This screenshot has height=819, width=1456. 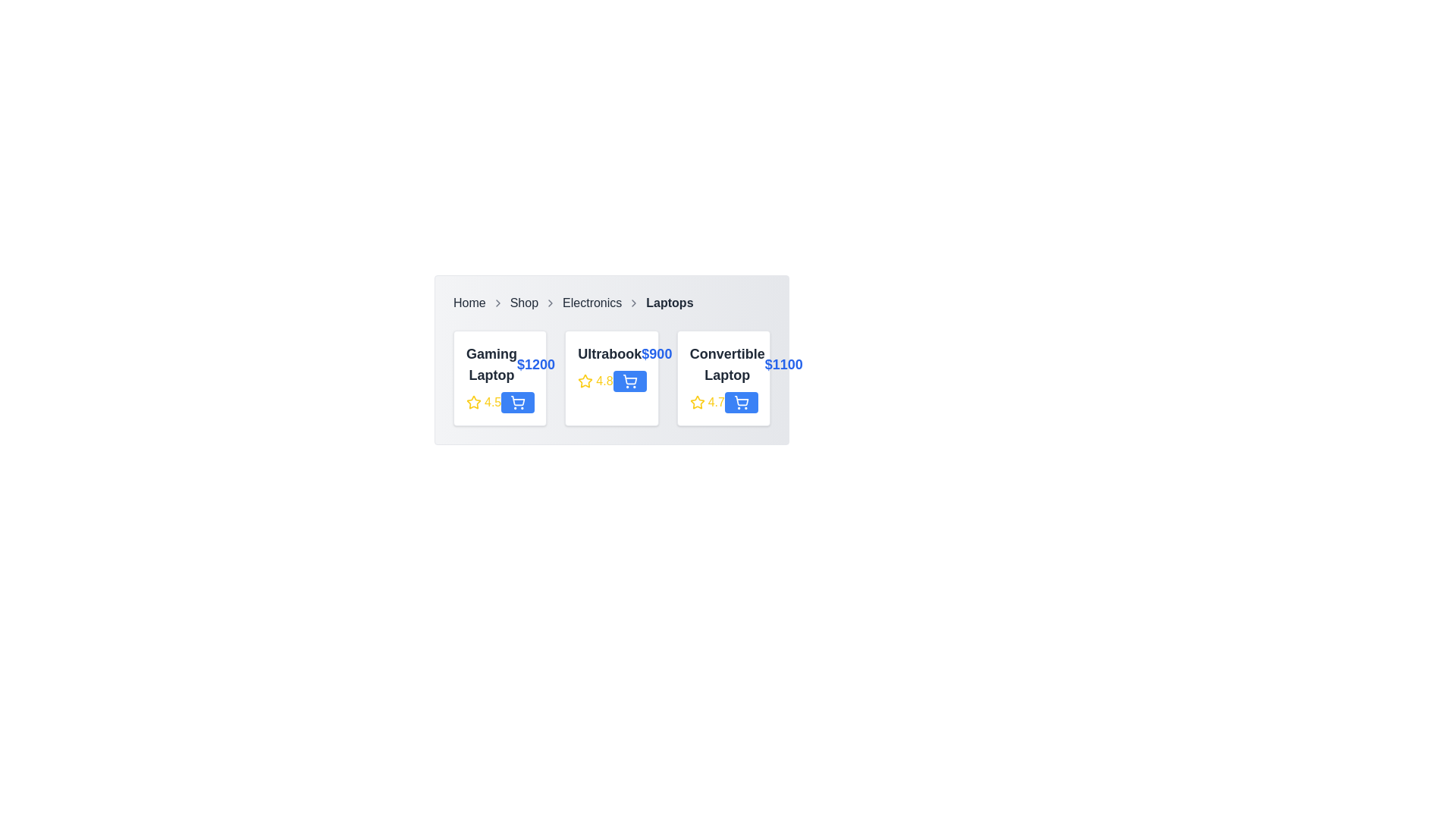 I want to click on the 'Home' hyperlink, so click(x=469, y=303).